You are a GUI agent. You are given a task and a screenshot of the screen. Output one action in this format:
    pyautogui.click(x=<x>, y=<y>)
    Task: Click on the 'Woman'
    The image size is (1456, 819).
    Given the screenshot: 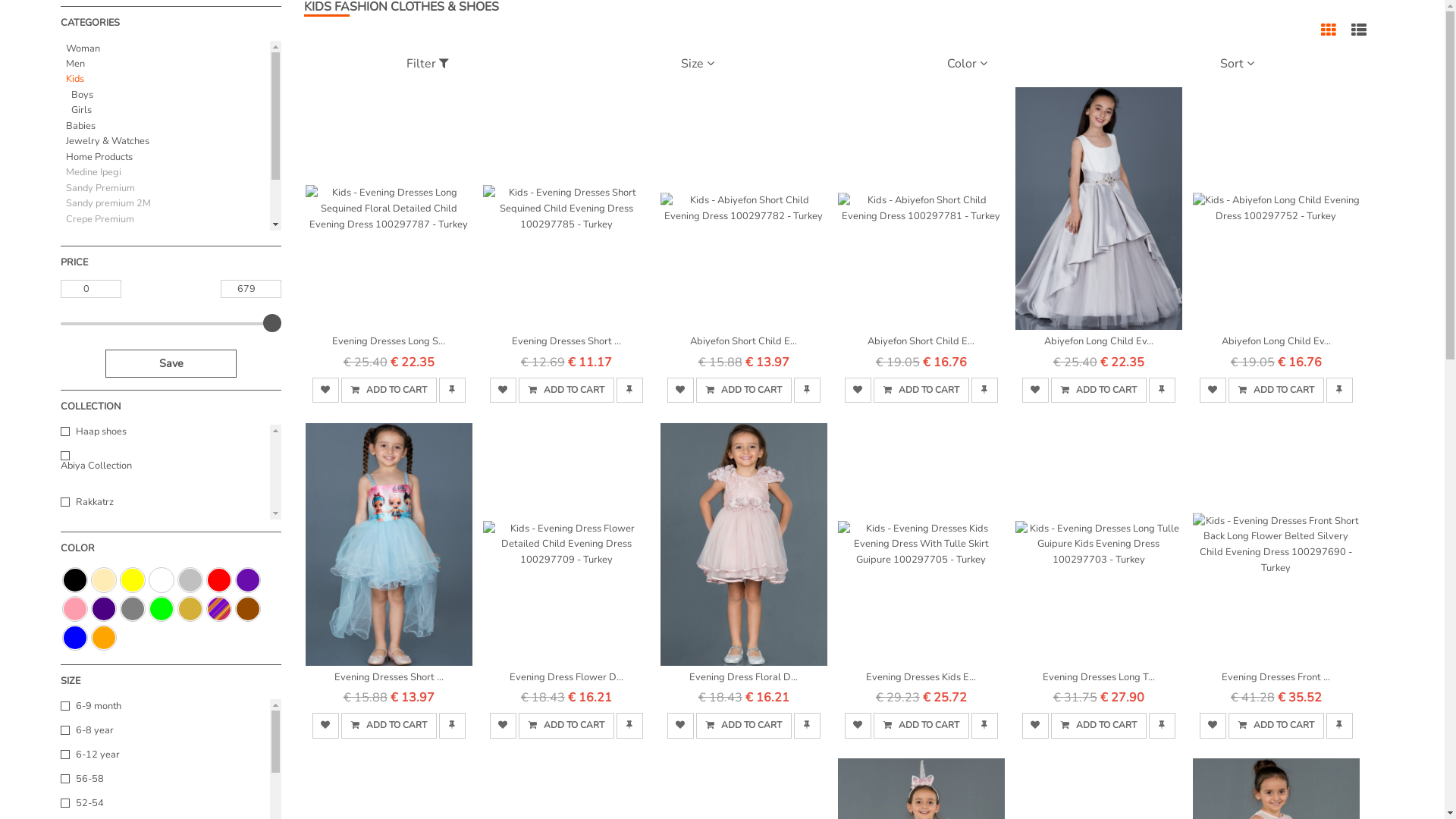 What is the action you would take?
    pyautogui.click(x=64, y=48)
    